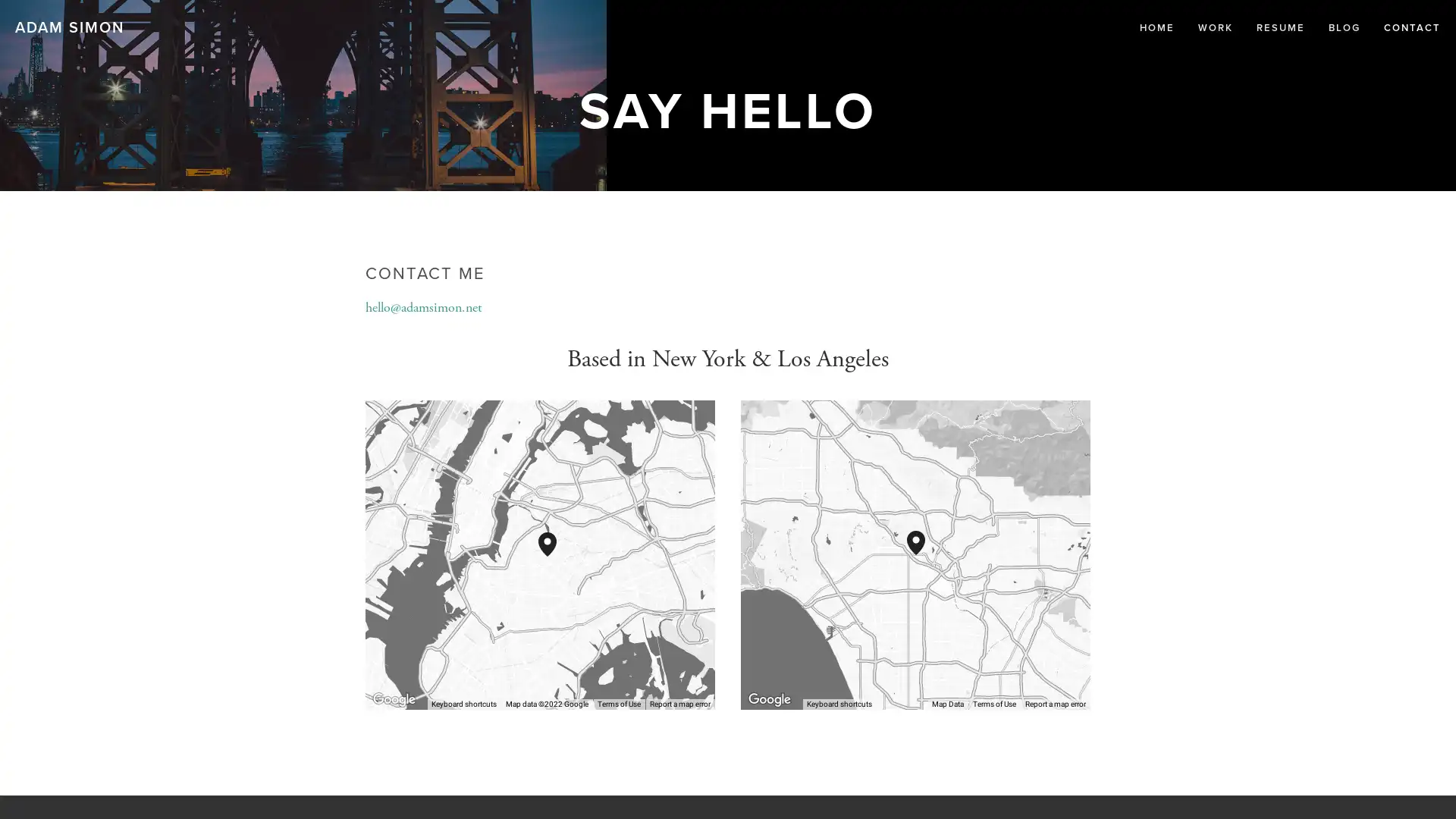 The height and width of the screenshot is (819, 1456). I want to click on Keyboard shortcuts, so click(463, 704).